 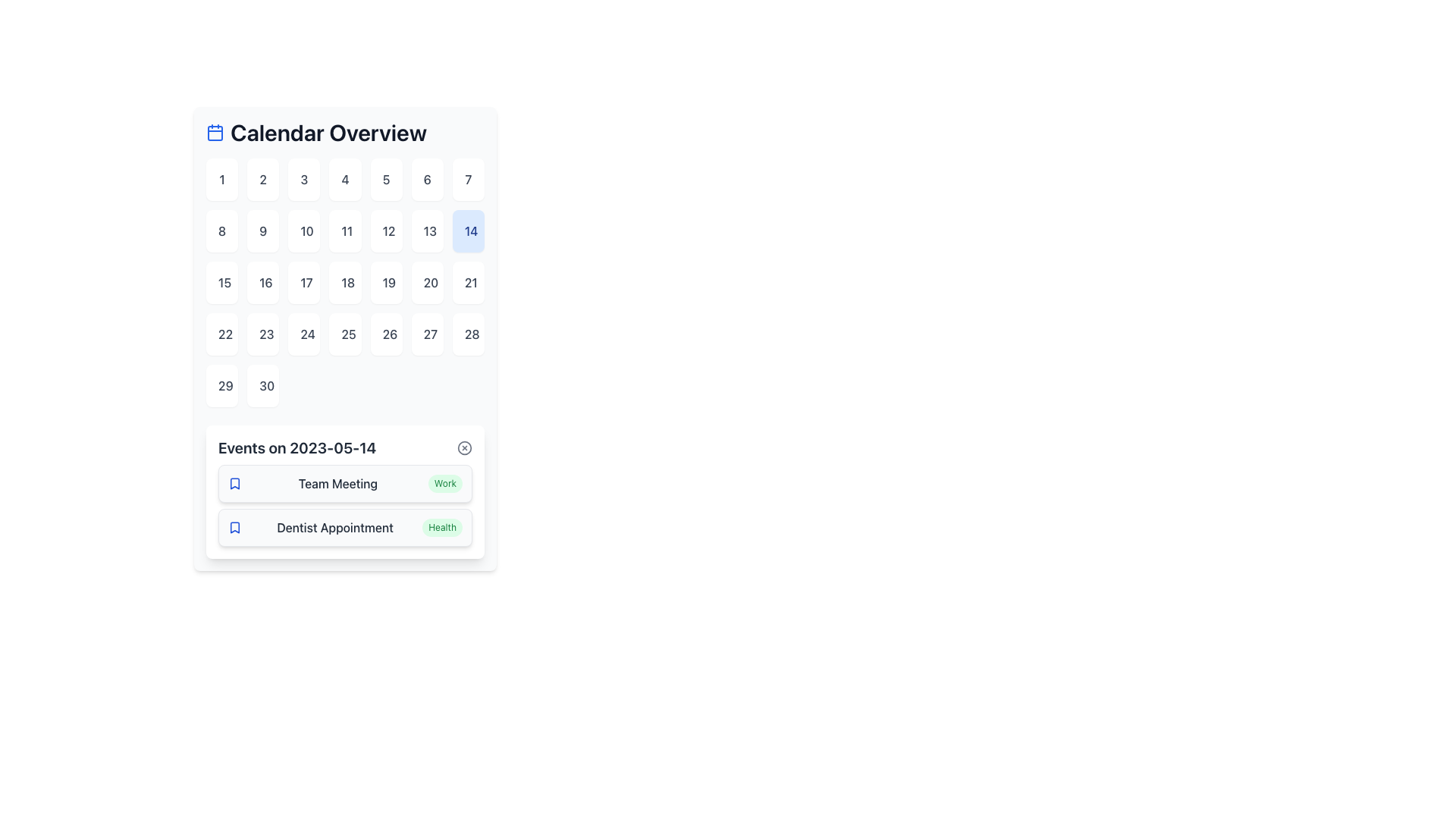 What do you see at coordinates (344, 447) in the screenshot?
I see `text displayed in the Header component that says 'Events on 2023-05-14', which is positioned at the top of the white, rounded rectangle card` at bounding box center [344, 447].